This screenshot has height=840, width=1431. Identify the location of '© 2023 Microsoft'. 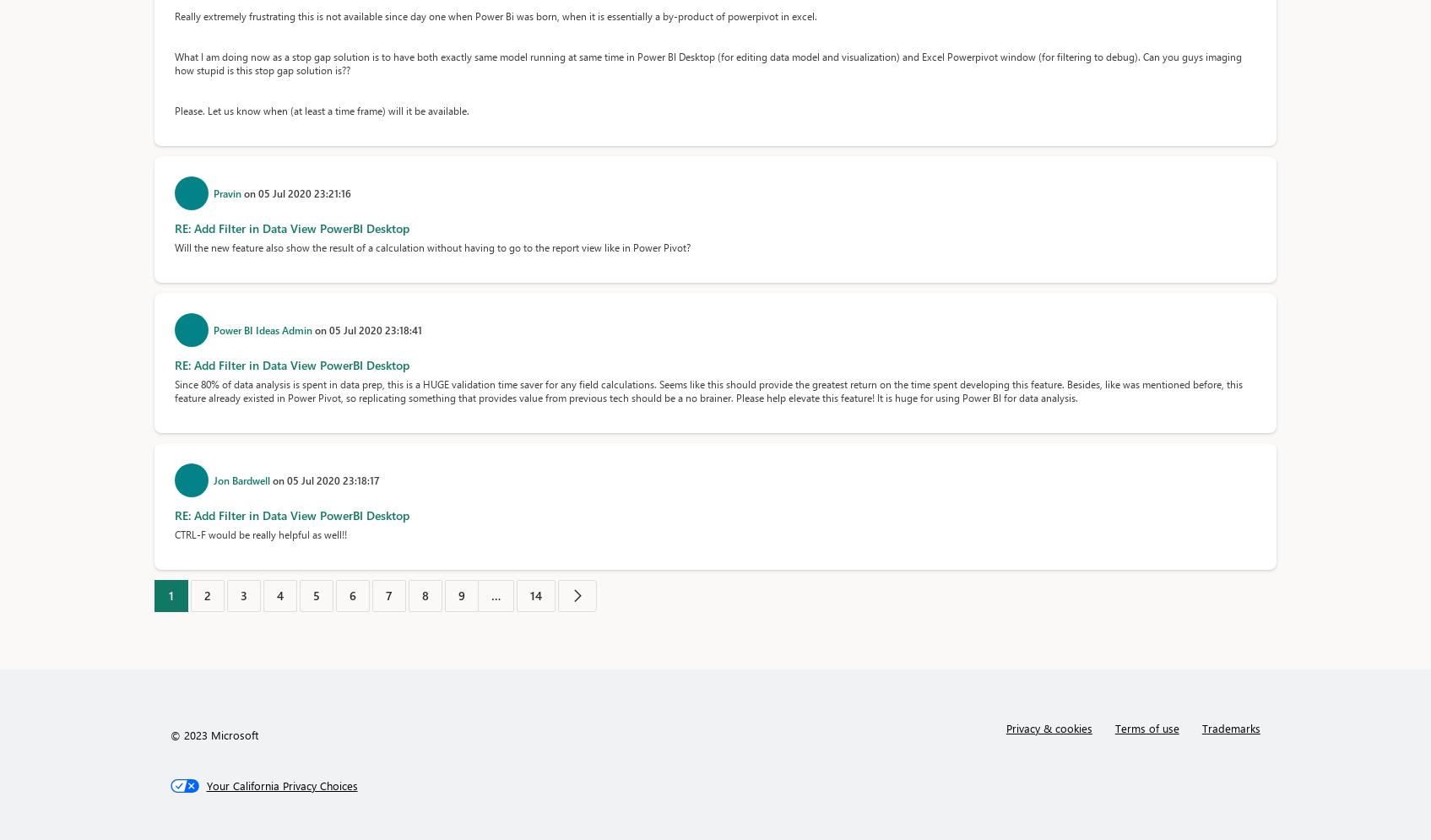
(214, 734).